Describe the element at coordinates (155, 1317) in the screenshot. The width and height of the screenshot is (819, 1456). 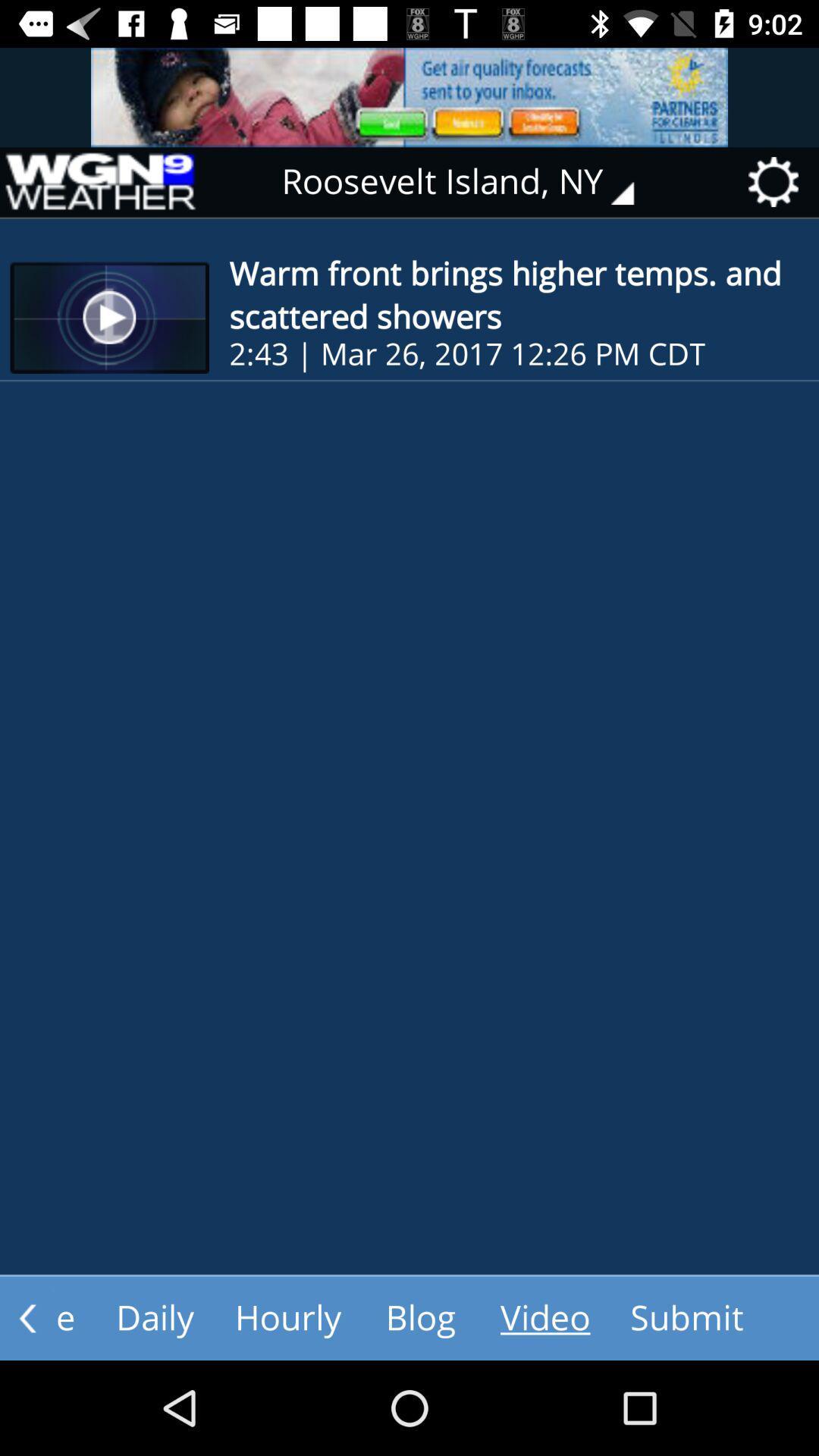
I see `daily` at that location.